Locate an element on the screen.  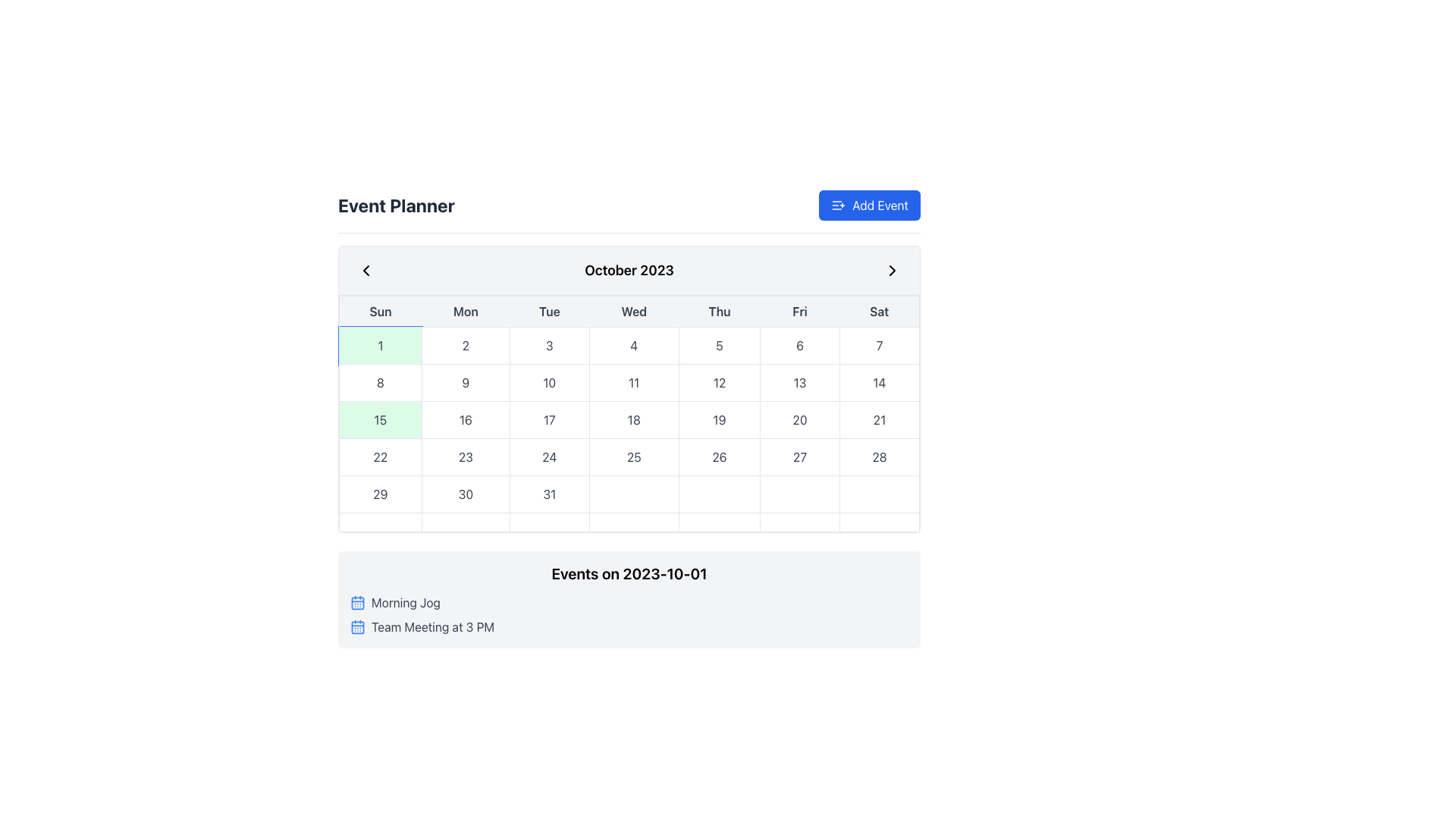
the Date Cell containing the text '24' in the calendar grid under Tuesday is located at coordinates (548, 456).